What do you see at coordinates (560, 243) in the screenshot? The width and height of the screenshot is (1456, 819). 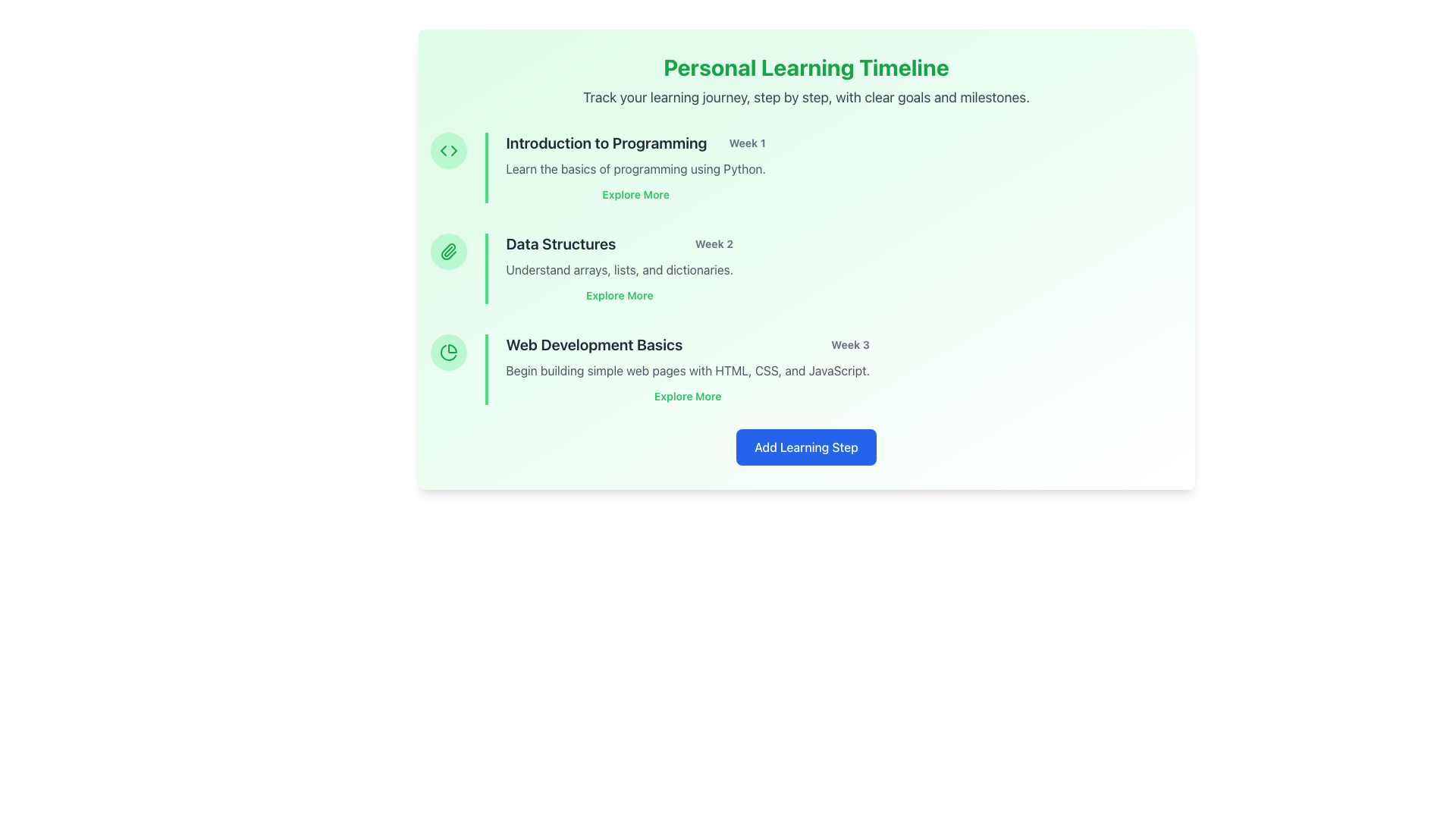 I see `the Text Label that serves as a title for the course section, positioned below 'Introduction to Programming' and above 'Web Development Basics'` at bounding box center [560, 243].